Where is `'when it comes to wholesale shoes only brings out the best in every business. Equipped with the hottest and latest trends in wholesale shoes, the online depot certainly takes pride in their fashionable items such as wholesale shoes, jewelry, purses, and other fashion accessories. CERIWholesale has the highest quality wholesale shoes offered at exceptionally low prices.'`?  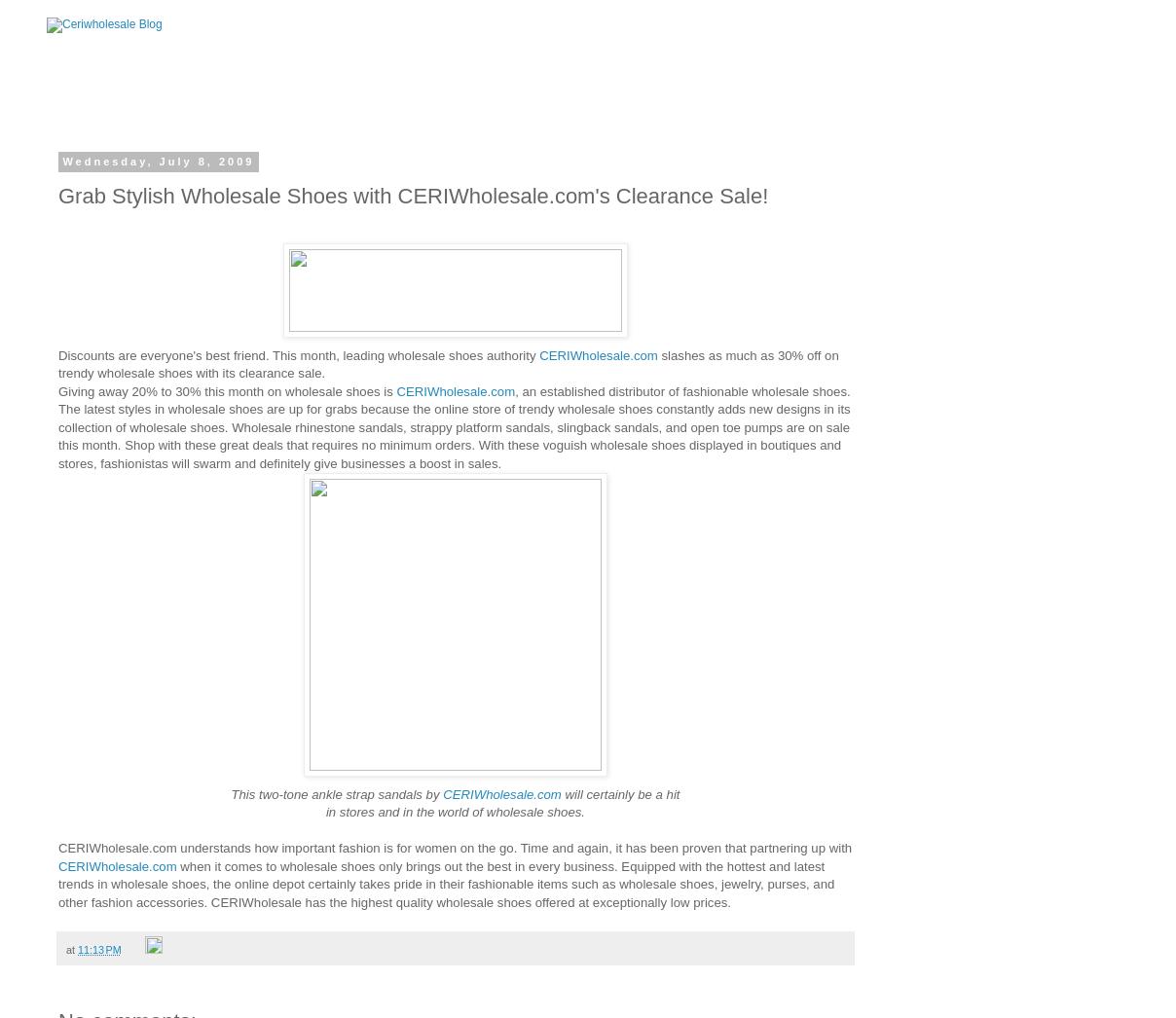 'when it comes to wholesale shoes only brings out the best in every business. Equipped with the hottest and latest trends in wholesale shoes, the online depot certainly takes pride in their fashionable items such as wholesale shoes, jewelry, purses, and other fashion accessories. CERIWholesale has the highest quality wholesale shoes offered at exceptionally low prices.' is located at coordinates (446, 884).